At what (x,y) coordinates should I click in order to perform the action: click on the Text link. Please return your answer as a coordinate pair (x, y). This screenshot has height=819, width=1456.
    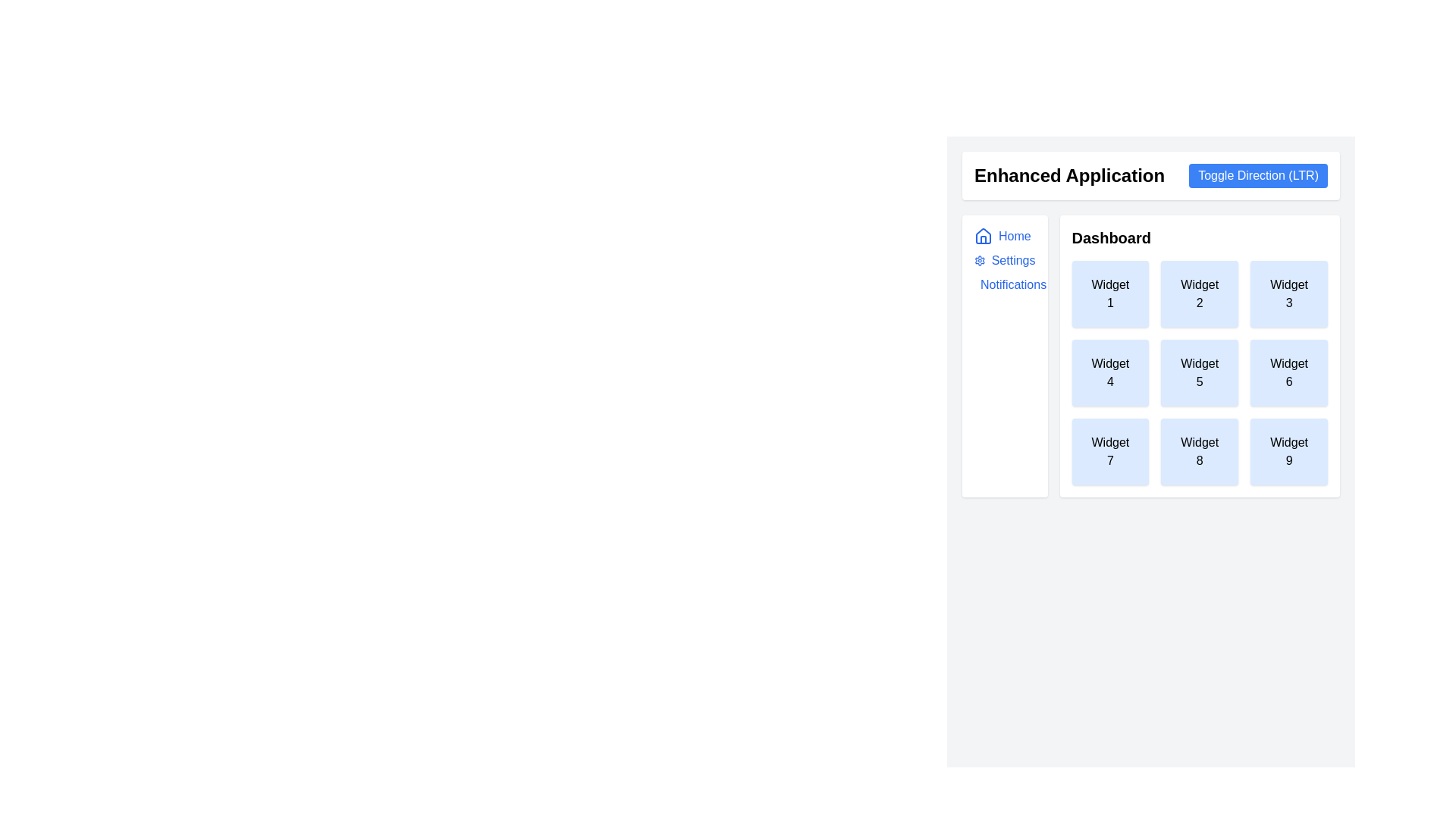
    Looking at the image, I should click on (1013, 259).